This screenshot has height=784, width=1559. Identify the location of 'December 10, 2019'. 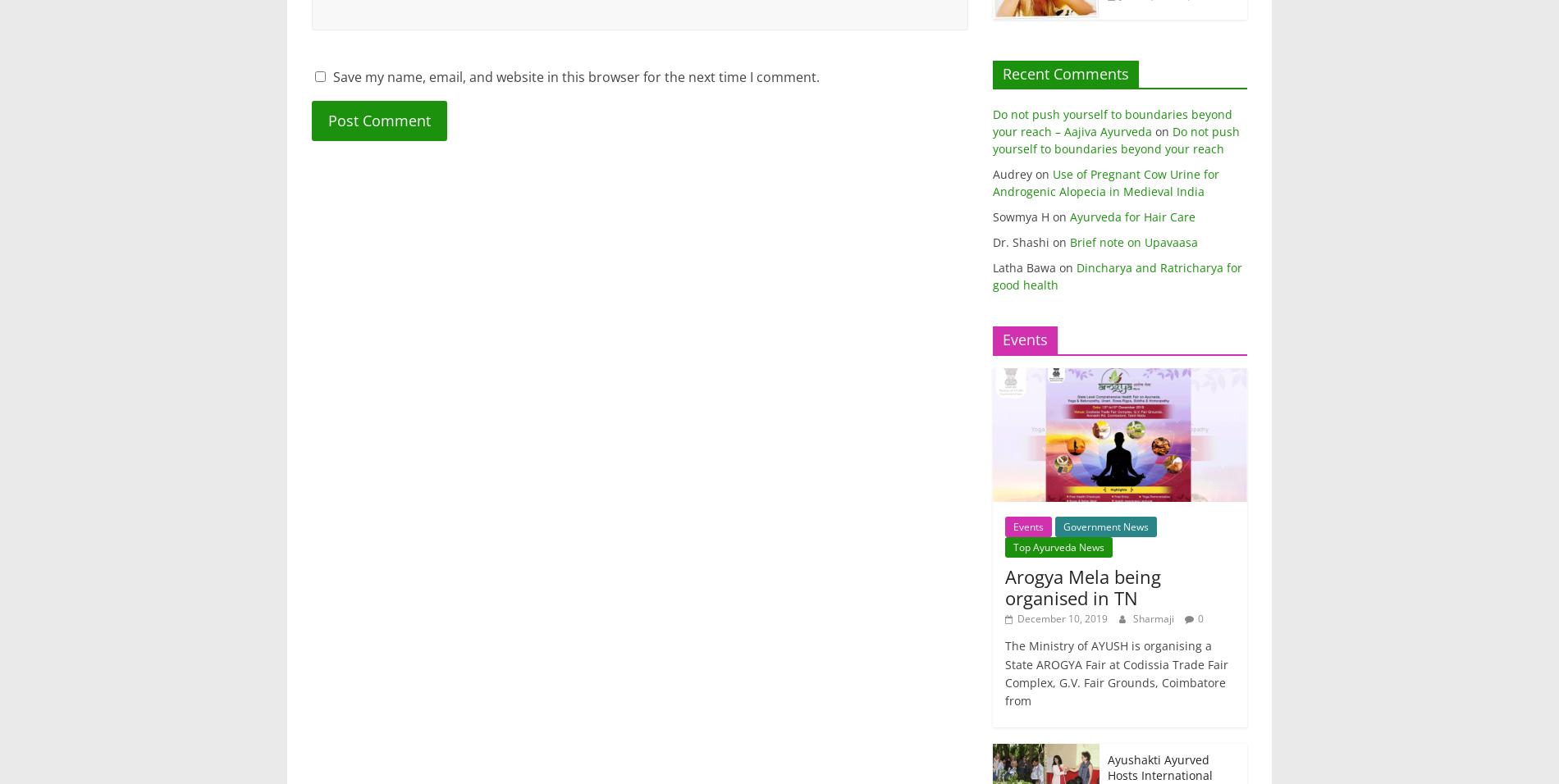
(1062, 617).